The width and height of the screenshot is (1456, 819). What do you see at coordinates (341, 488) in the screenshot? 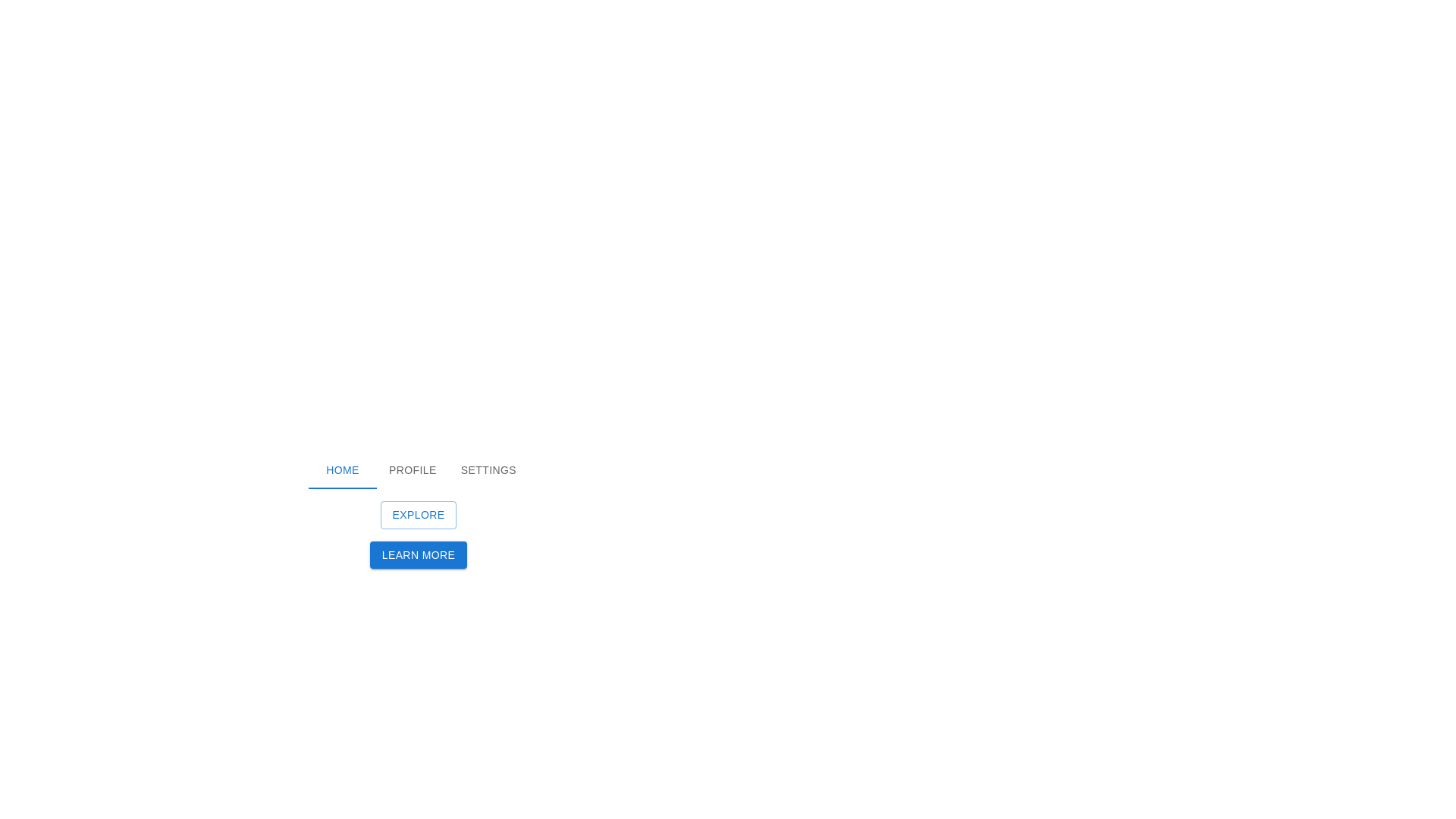
I see `the visual indicator that indicates the currently active 'Home' tab in the horizontal tab bar` at bounding box center [341, 488].